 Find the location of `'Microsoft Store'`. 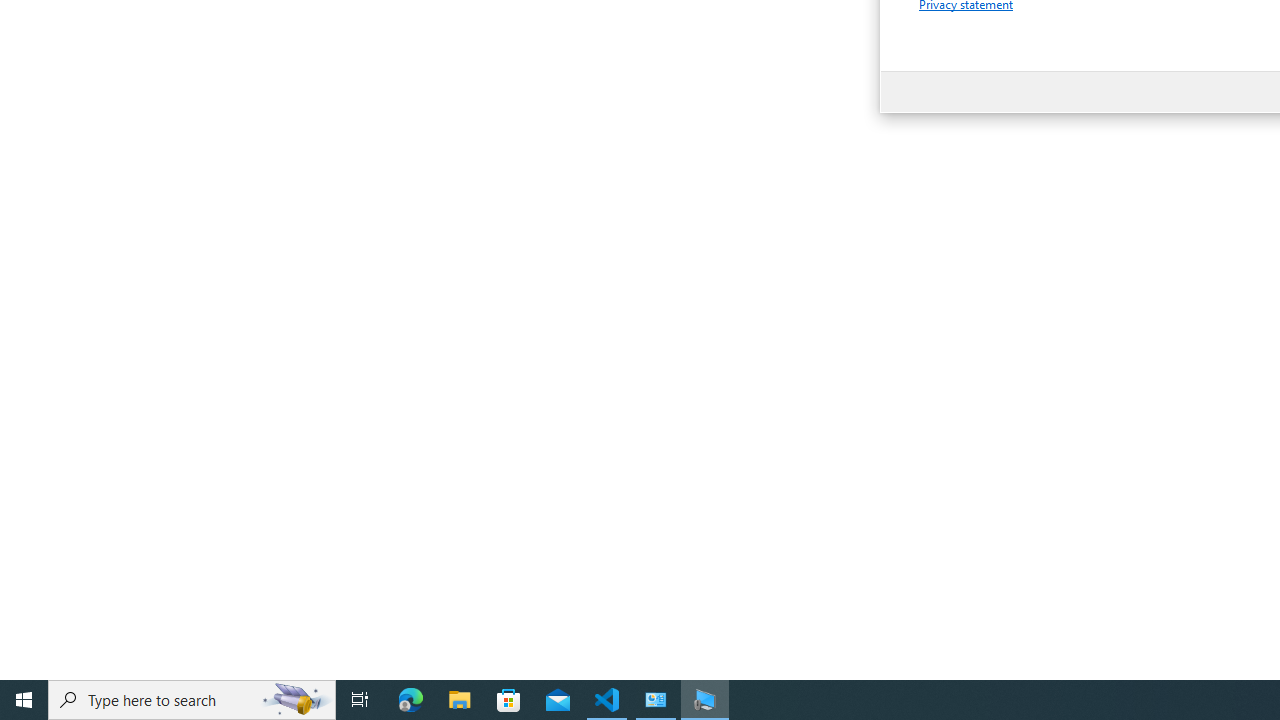

'Microsoft Store' is located at coordinates (509, 698).